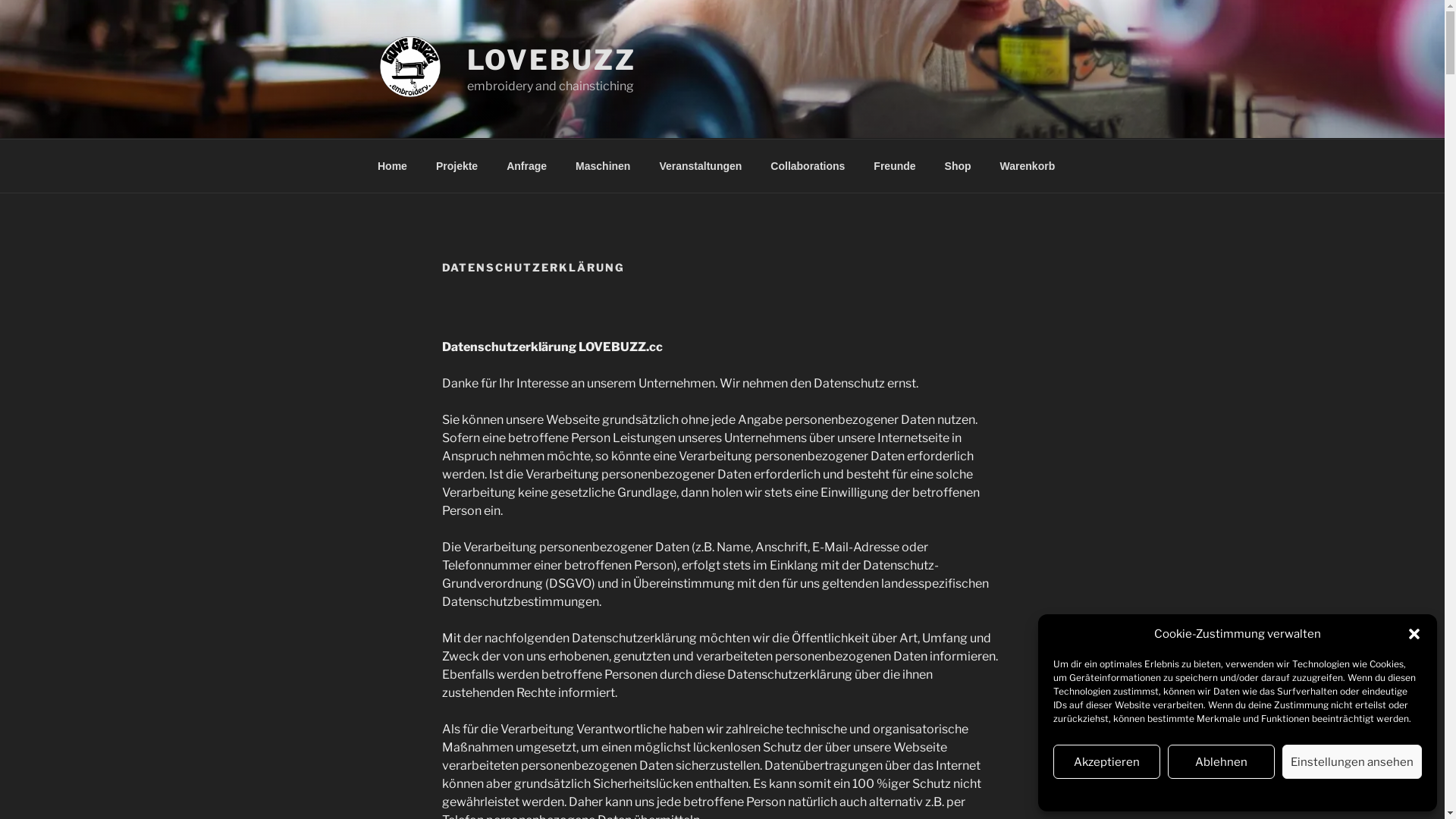 The height and width of the screenshot is (819, 1456). I want to click on 'Impressum', so click(1292, 792).